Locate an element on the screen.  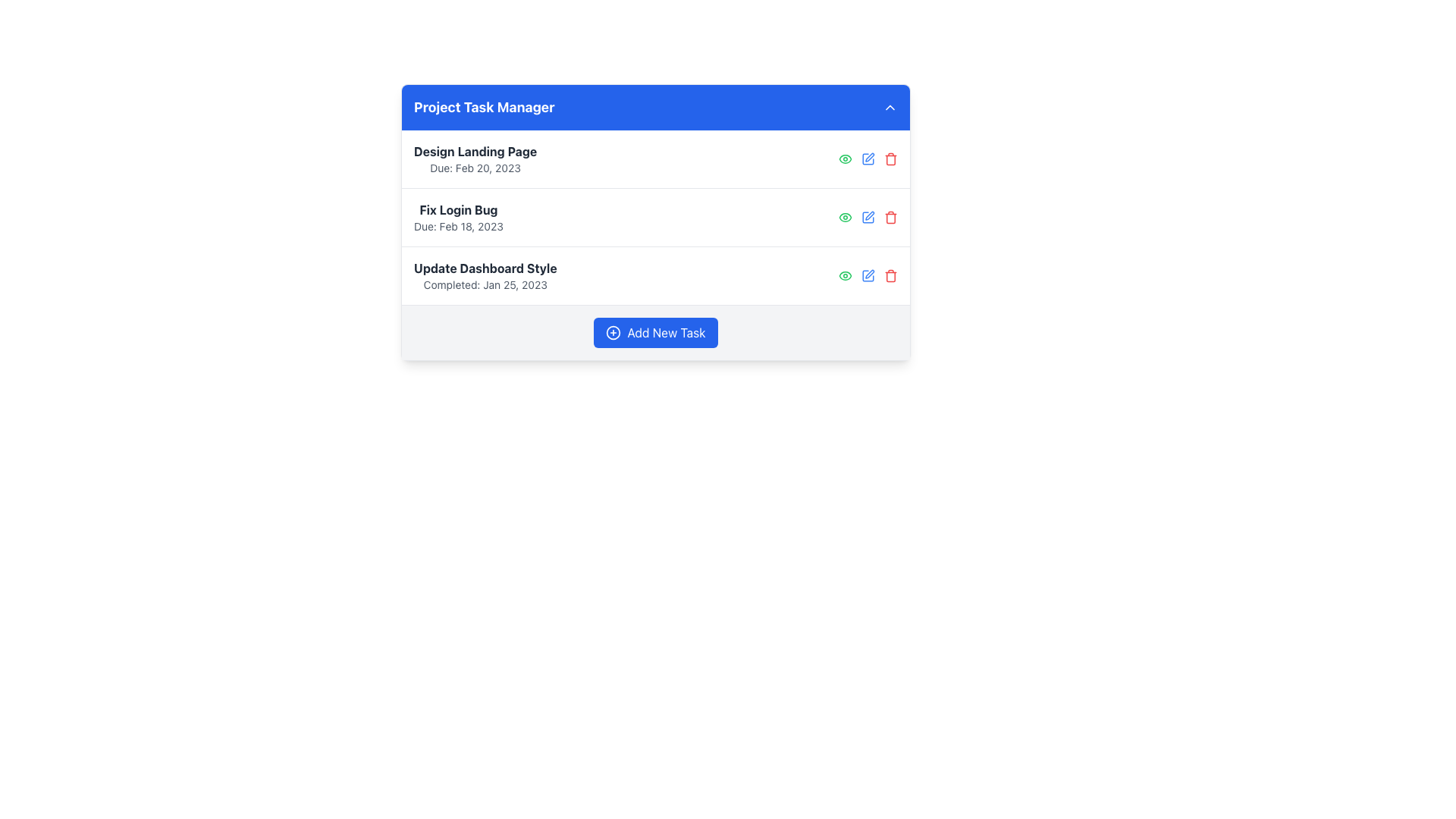
the delete button associated with the 'Fix Login Bug' task entry is located at coordinates (891, 217).